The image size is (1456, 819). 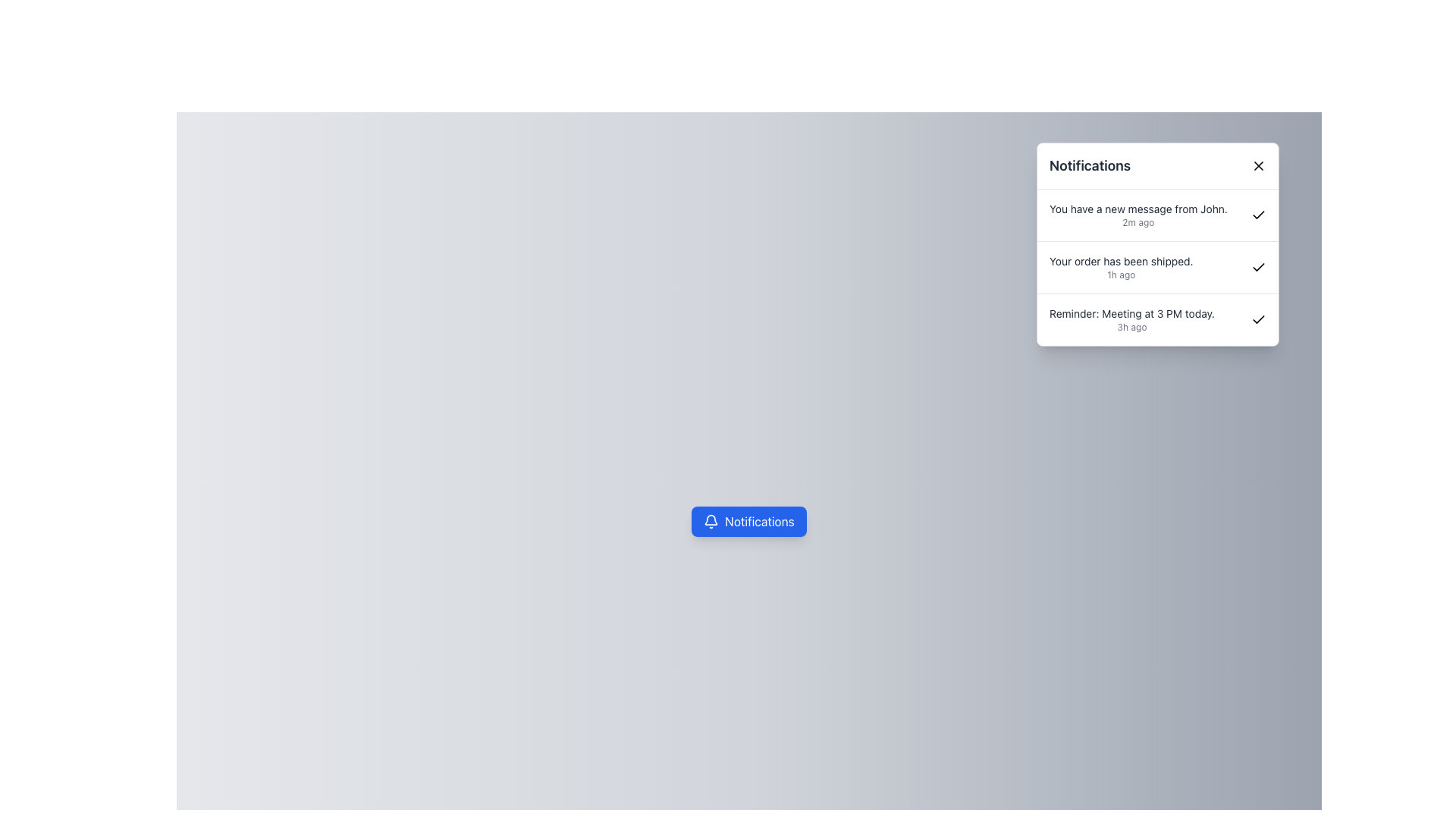 What do you see at coordinates (1156, 265) in the screenshot?
I see `the notification icon next to 'Your order has been shipped.' for additional actions` at bounding box center [1156, 265].